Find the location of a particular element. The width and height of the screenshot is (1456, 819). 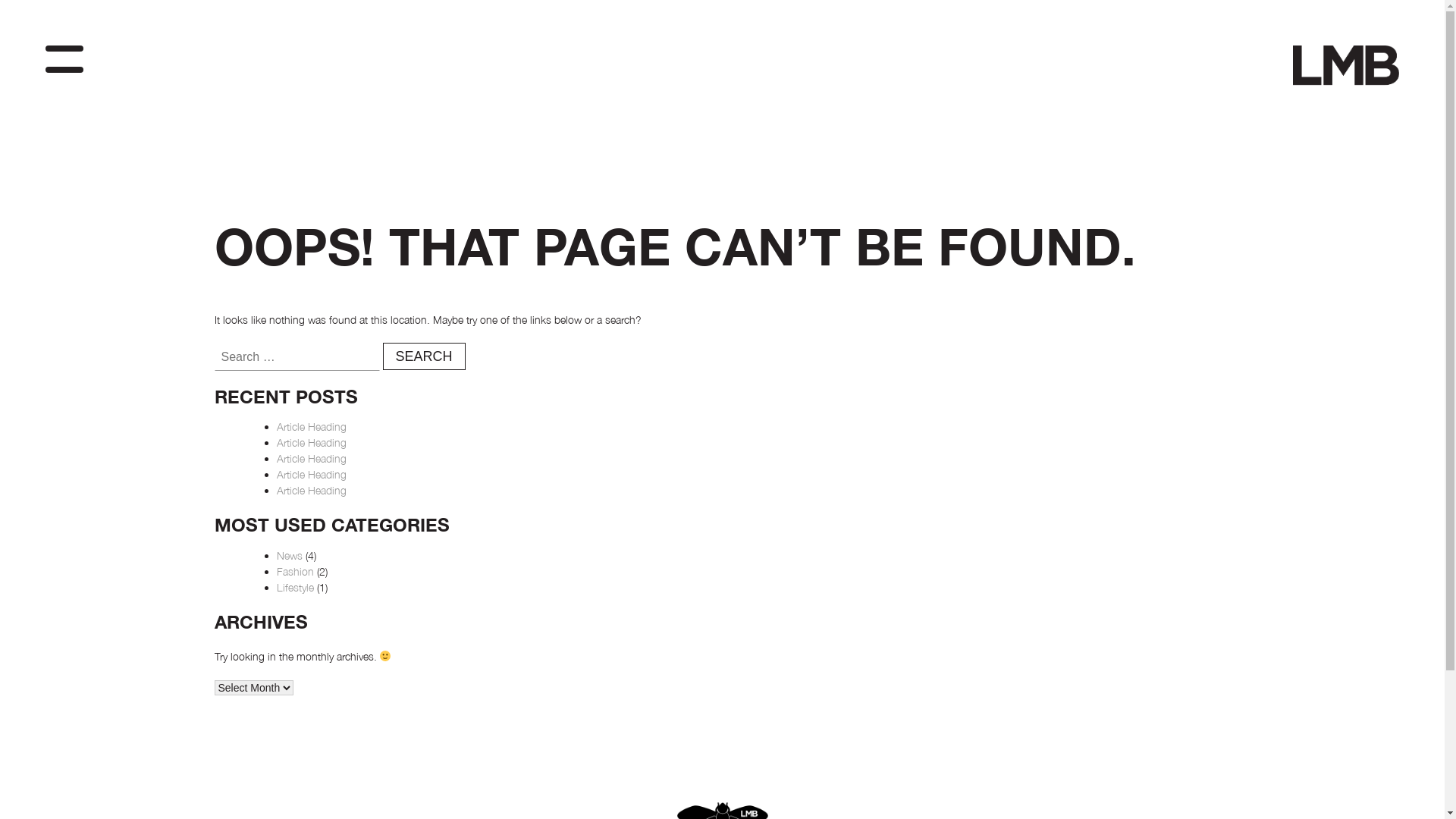

'LMB Management' is located at coordinates (1335, 111).